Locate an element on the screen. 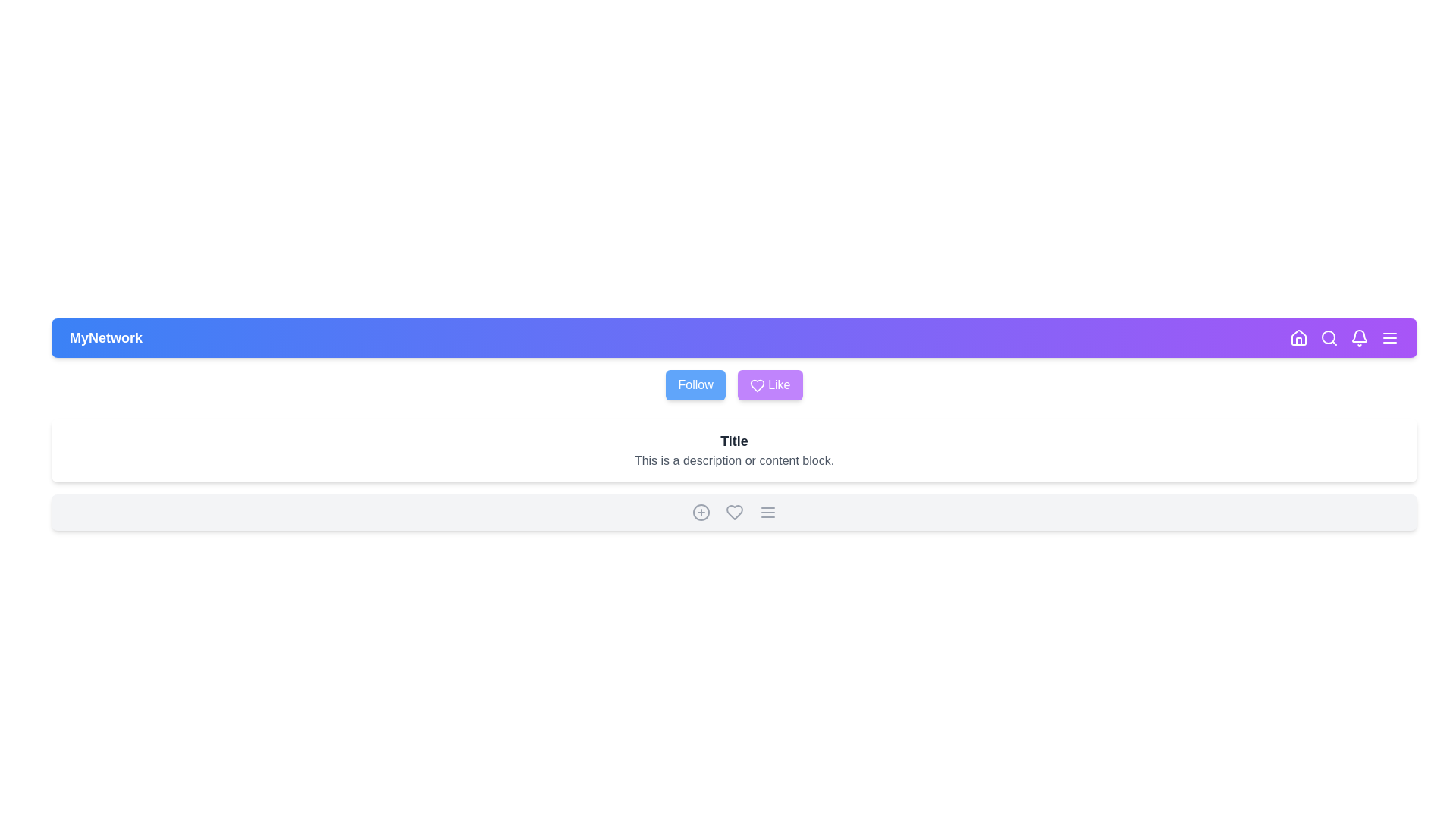  the search function icon, which is the third icon in the navigation bar from the right is located at coordinates (1328, 337).